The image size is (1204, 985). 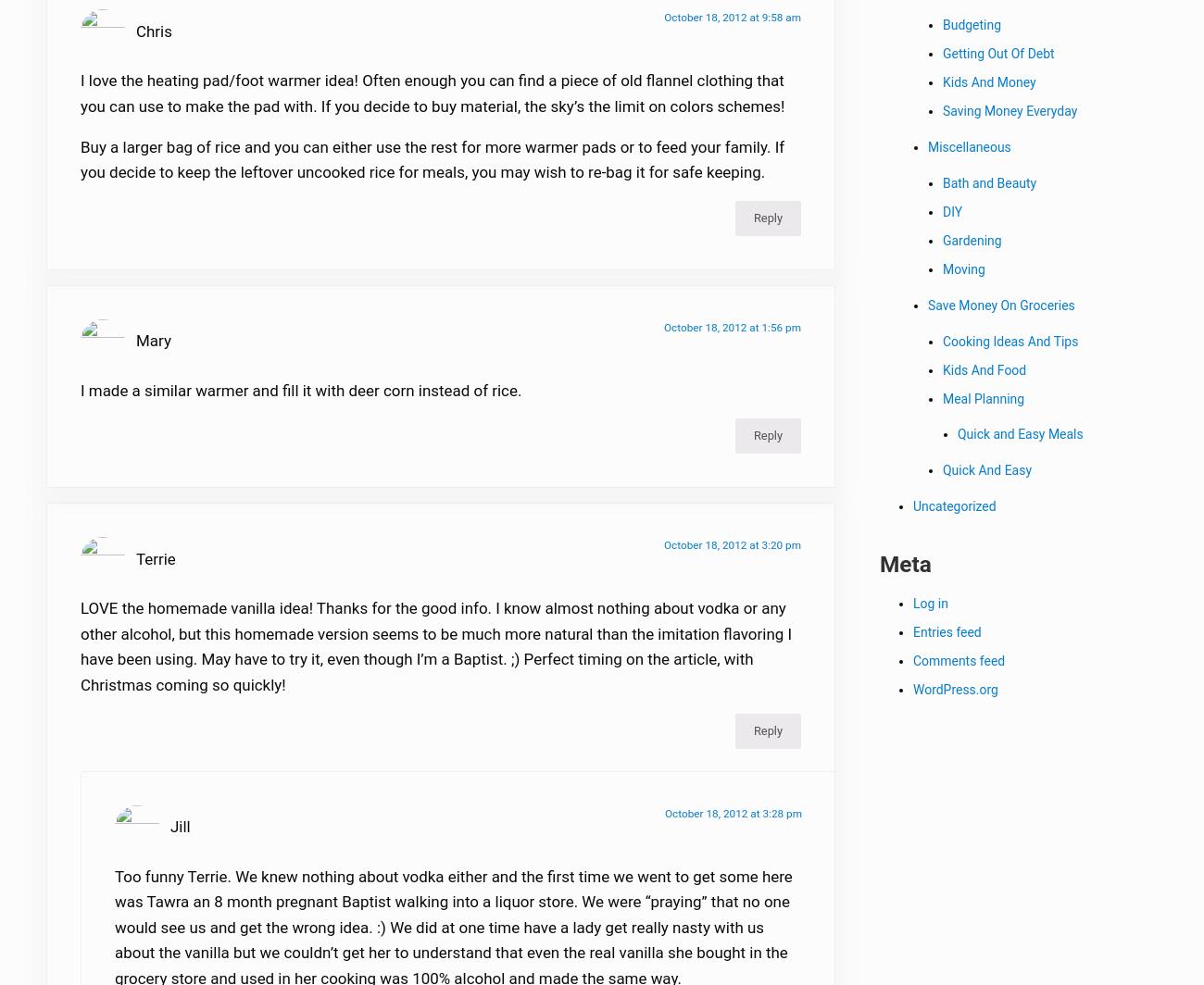 I want to click on 'Quick And Easy', so click(x=942, y=473).